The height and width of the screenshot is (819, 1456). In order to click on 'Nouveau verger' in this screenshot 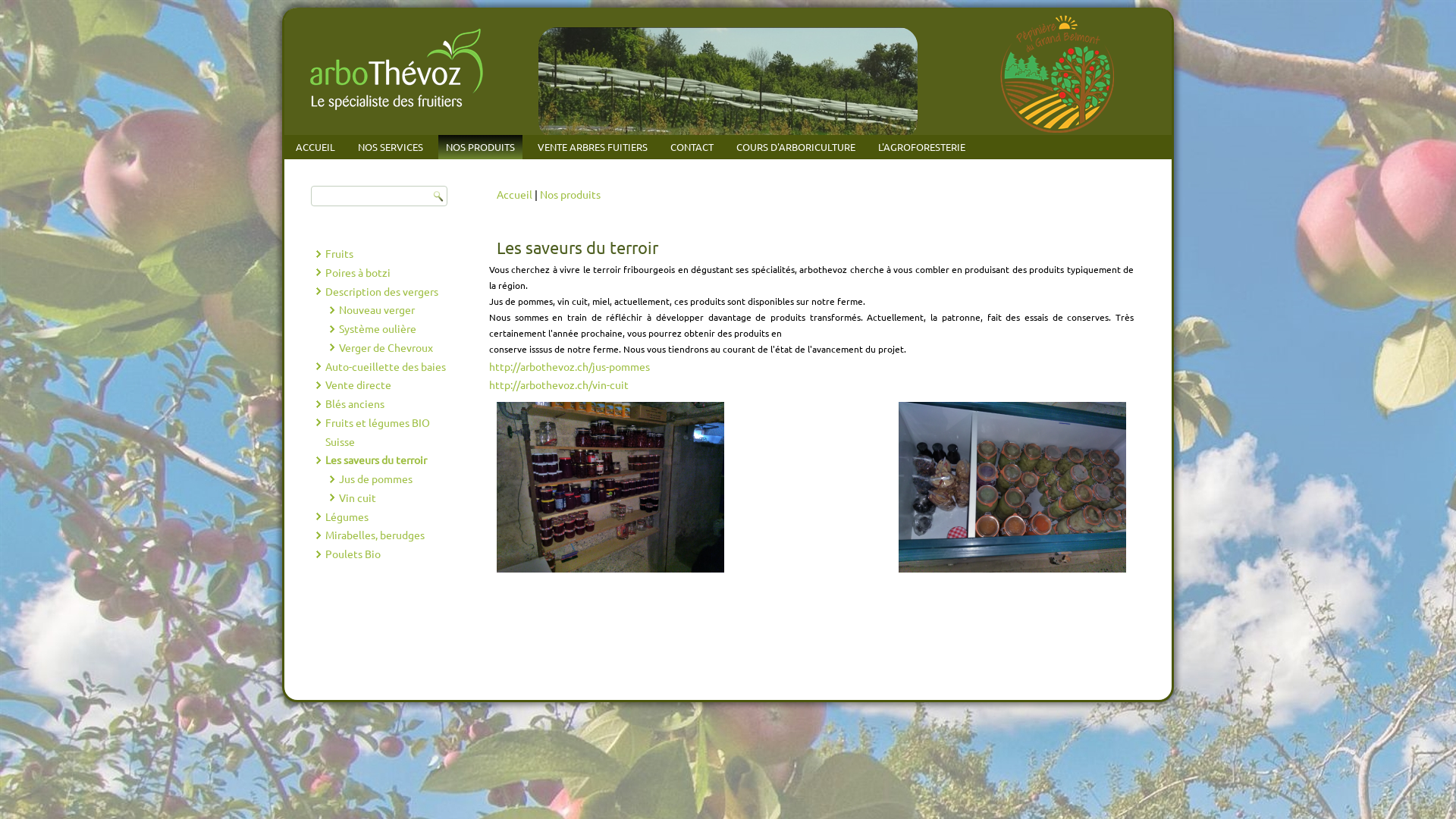, I will do `click(337, 309)`.